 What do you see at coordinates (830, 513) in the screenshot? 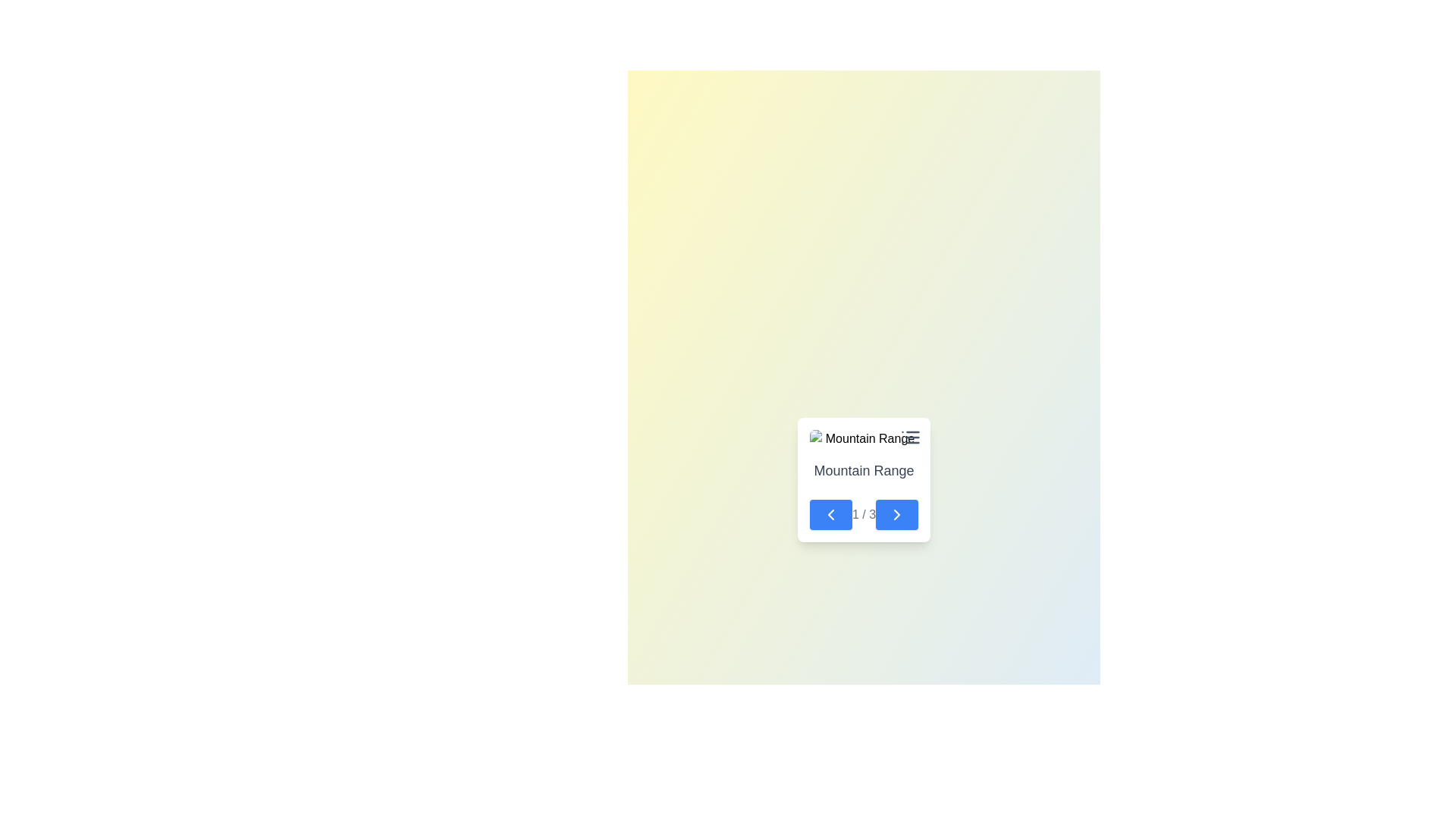
I see `the triangular-shaped 'chevron left' arrow icon located in the leftward navigation button of the carousel` at bounding box center [830, 513].